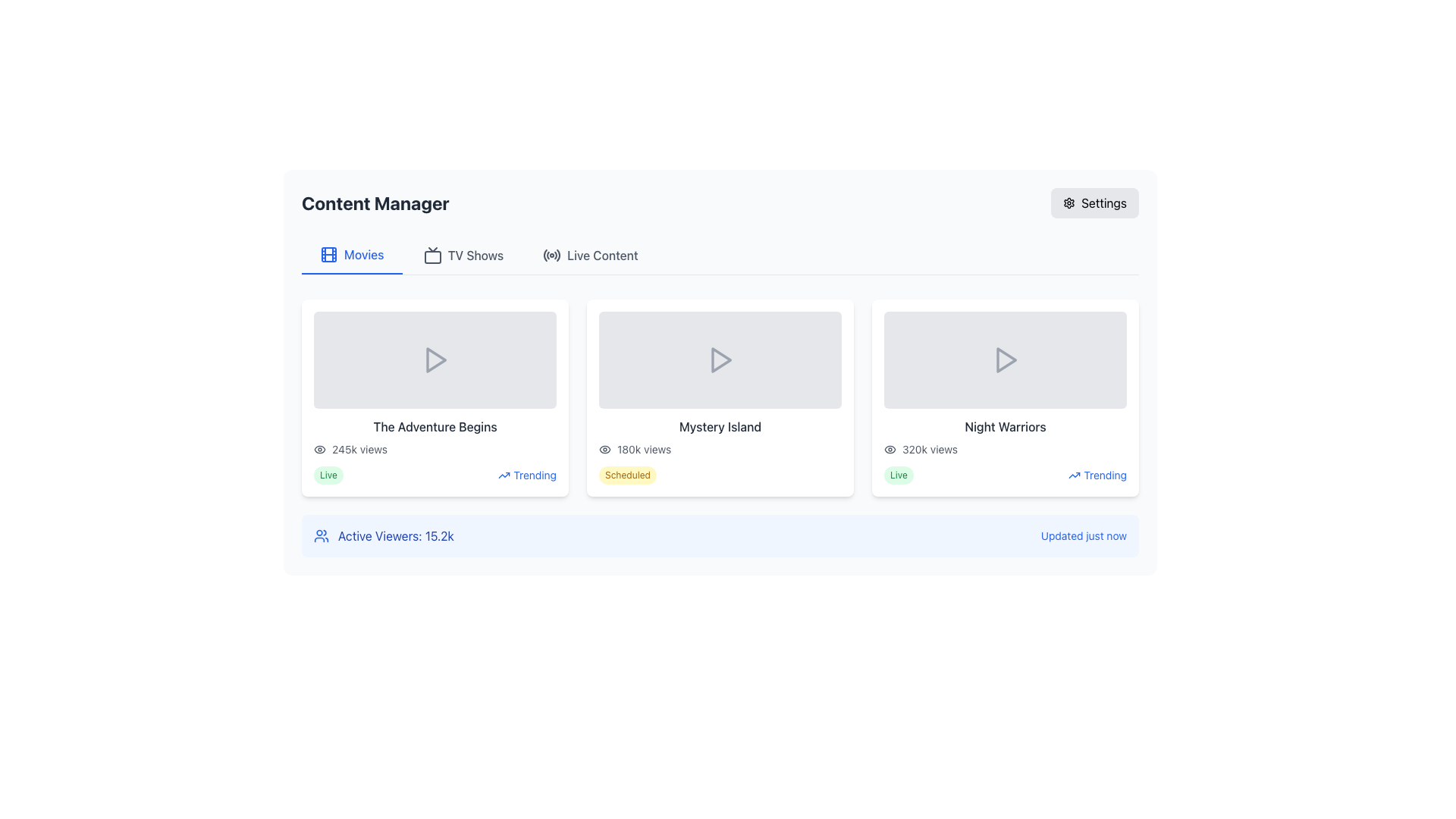 The width and height of the screenshot is (1456, 819). What do you see at coordinates (328, 475) in the screenshot?
I see `the color coding of the Status label located in the bottom-left corner of the 'The Adventure Begins' card in the 'Movies' section, which indicates that the content is currently live and active` at bounding box center [328, 475].